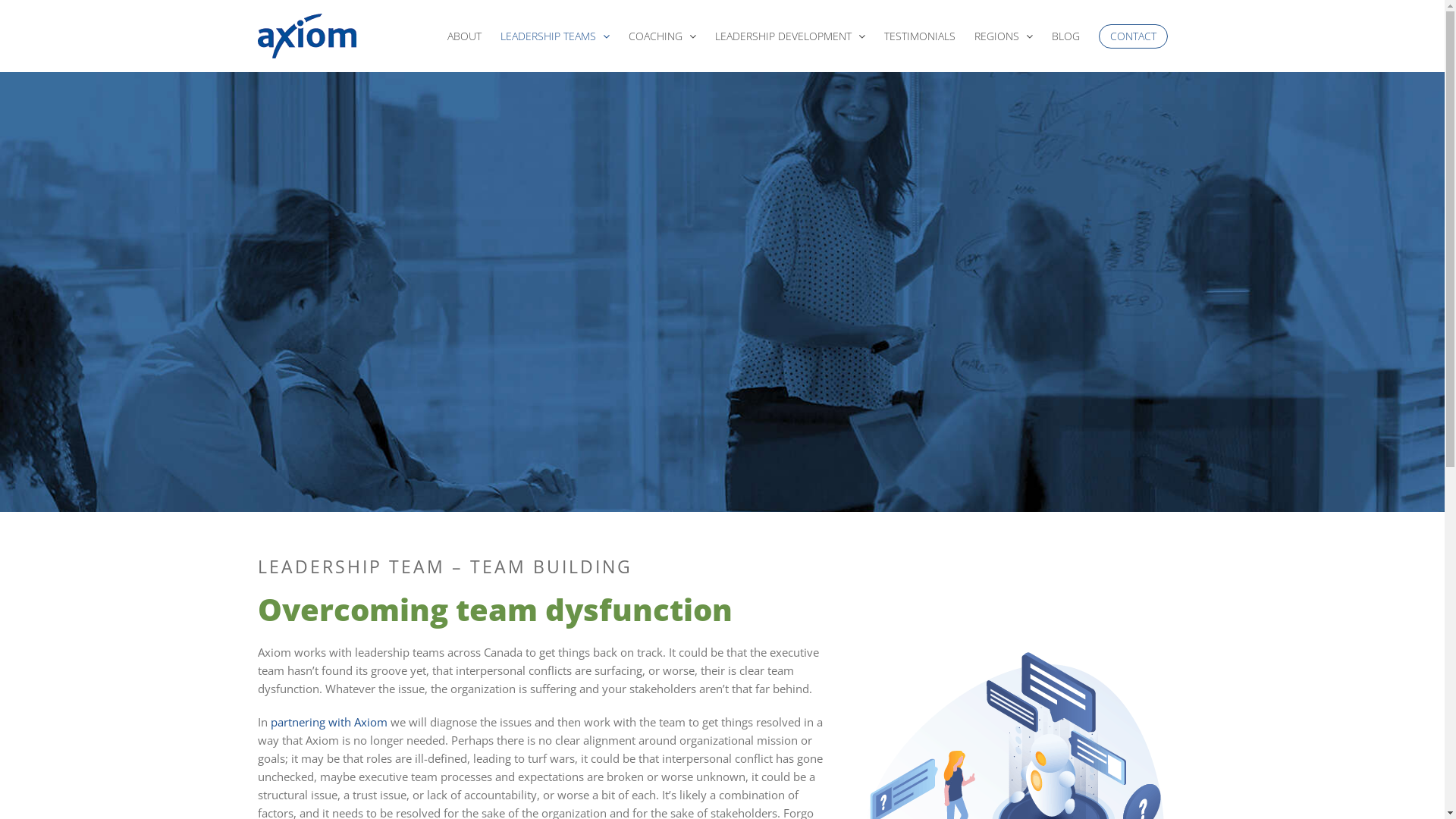 This screenshot has width=1456, height=819. What do you see at coordinates (1003, 35) in the screenshot?
I see `'REGIONS'` at bounding box center [1003, 35].